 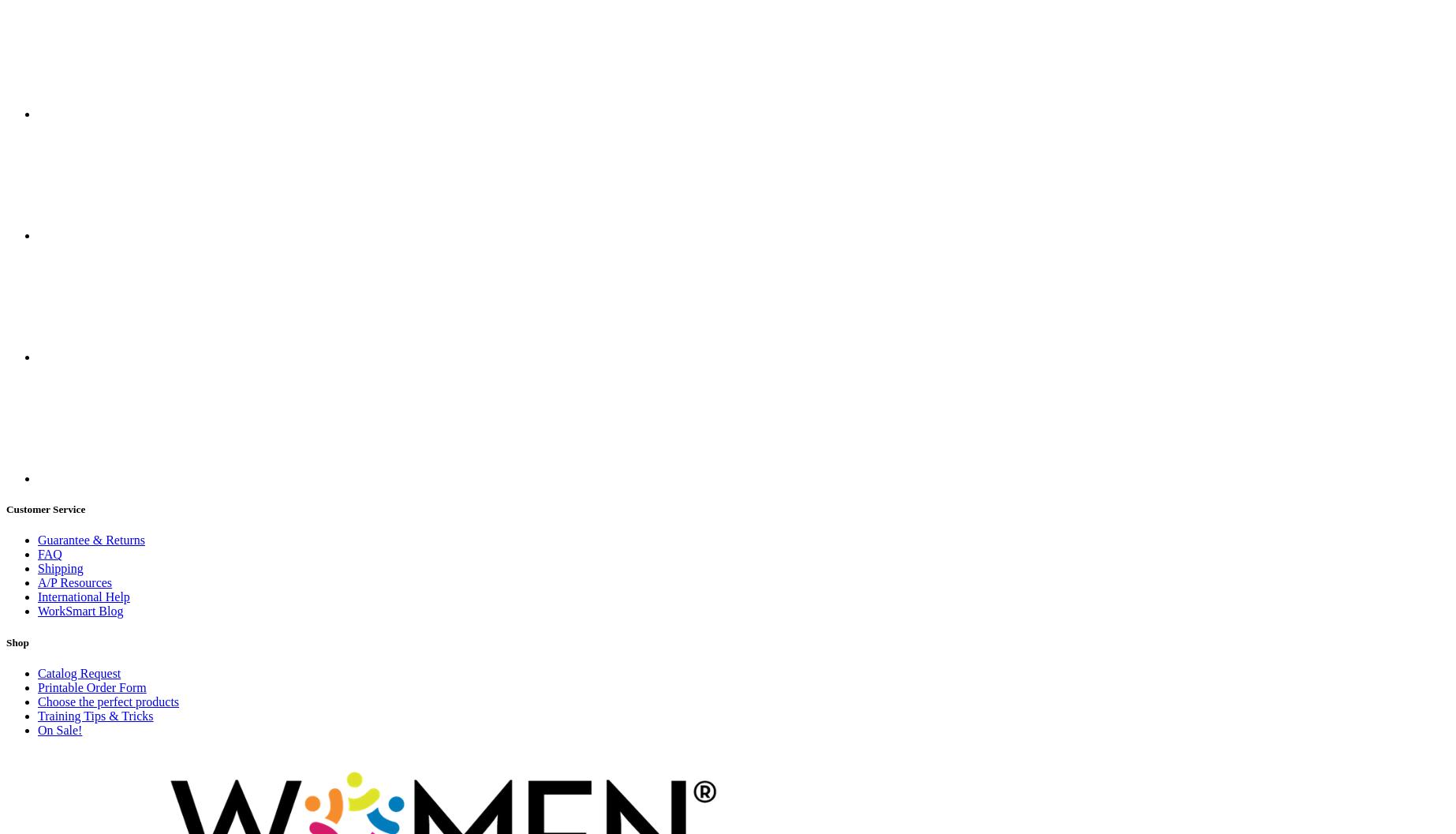 What do you see at coordinates (6, 509) in the screenshot?
I see `'Customer Service'` at bounding box center [6, 509].